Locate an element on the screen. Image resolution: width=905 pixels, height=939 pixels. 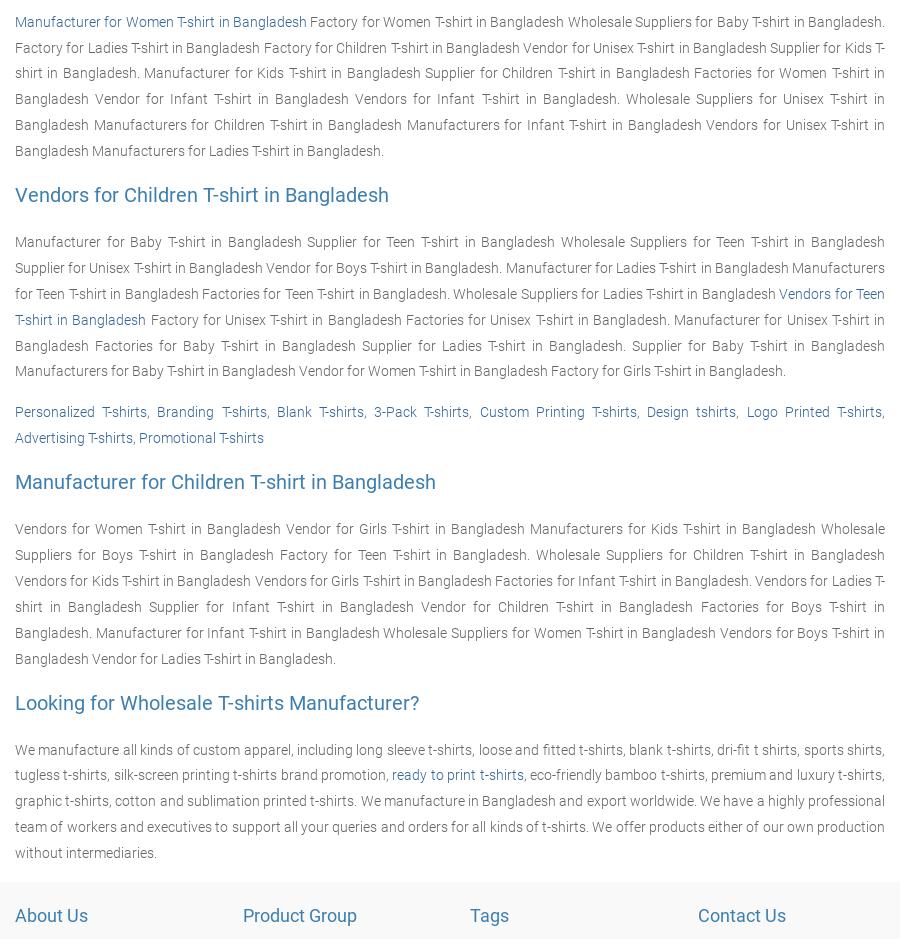
'Branding T-shirts' is located at coordinates (210, 411).